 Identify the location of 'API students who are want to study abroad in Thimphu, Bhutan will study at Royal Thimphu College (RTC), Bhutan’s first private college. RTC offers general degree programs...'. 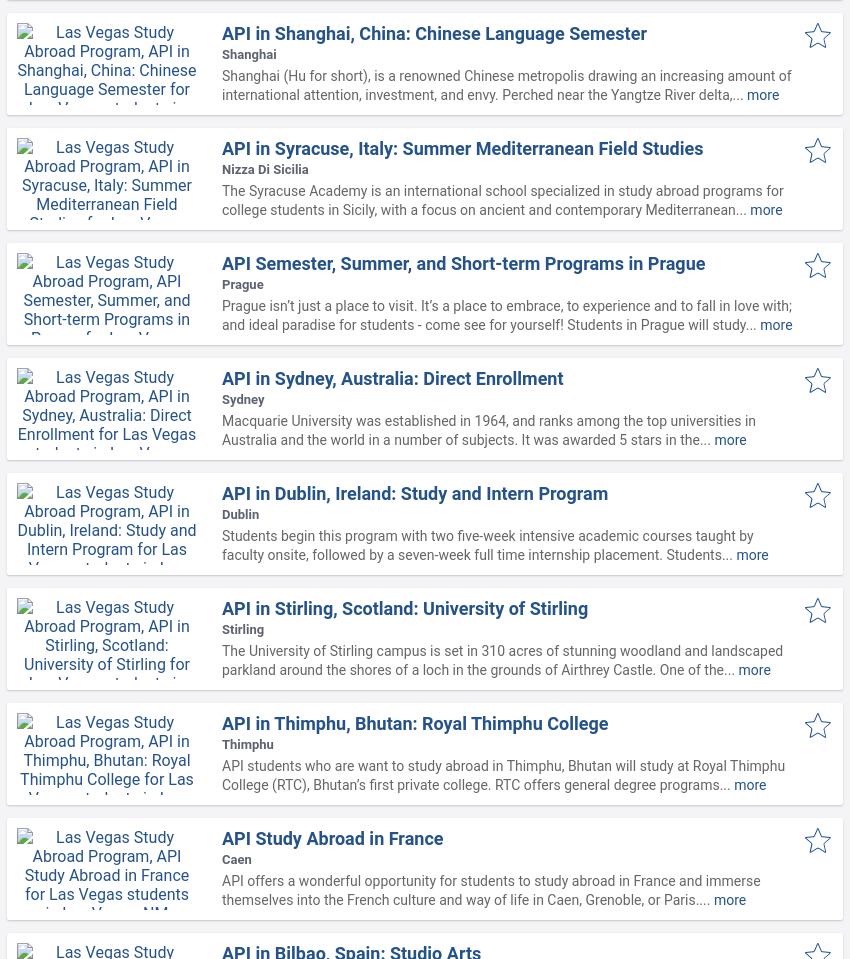
(503, 775).